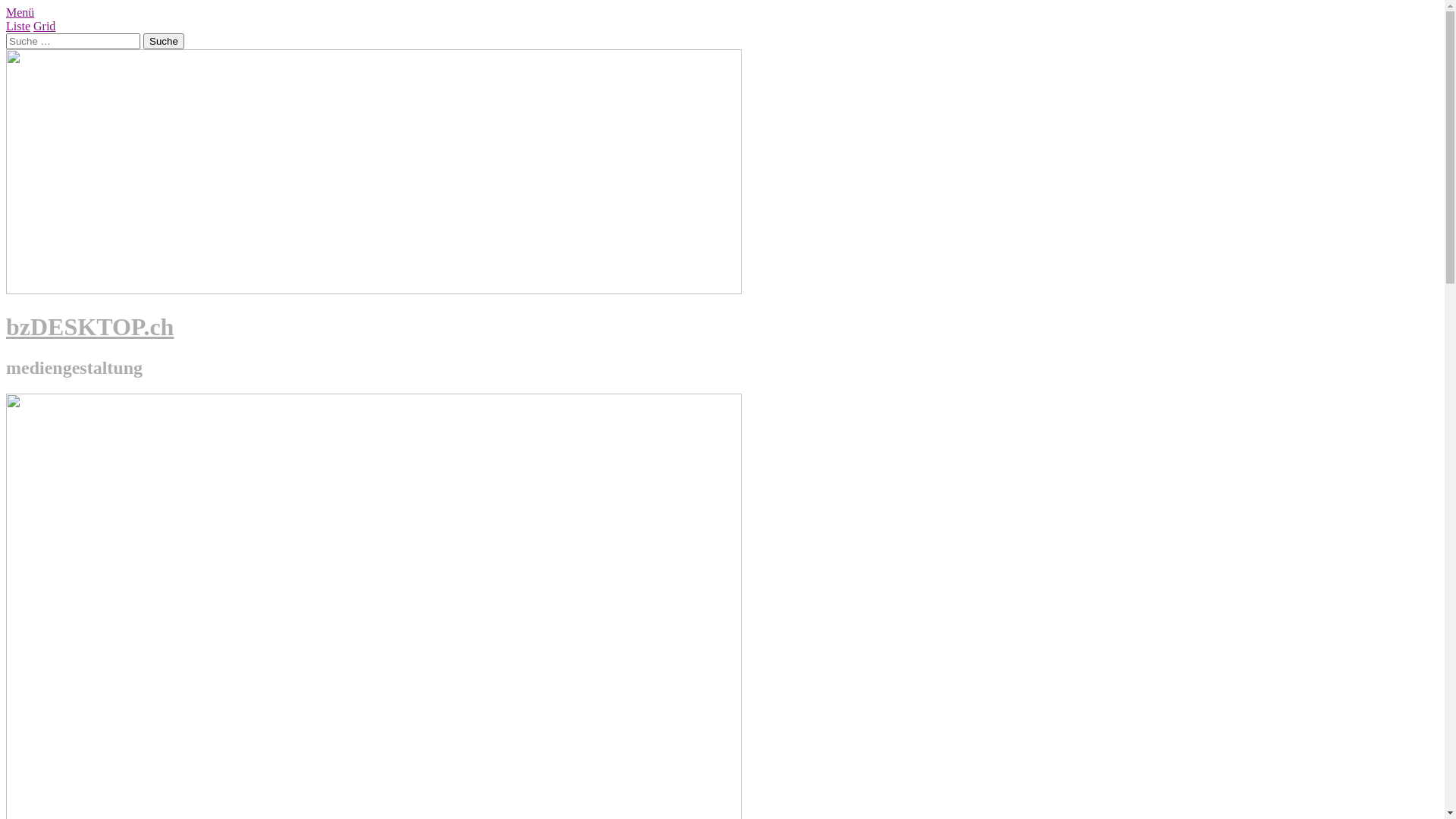 This screenshot has height=819, width=1456. Describe the element at coordinates (18, 26) in the screenshot. I see `'Liste'` at that location.